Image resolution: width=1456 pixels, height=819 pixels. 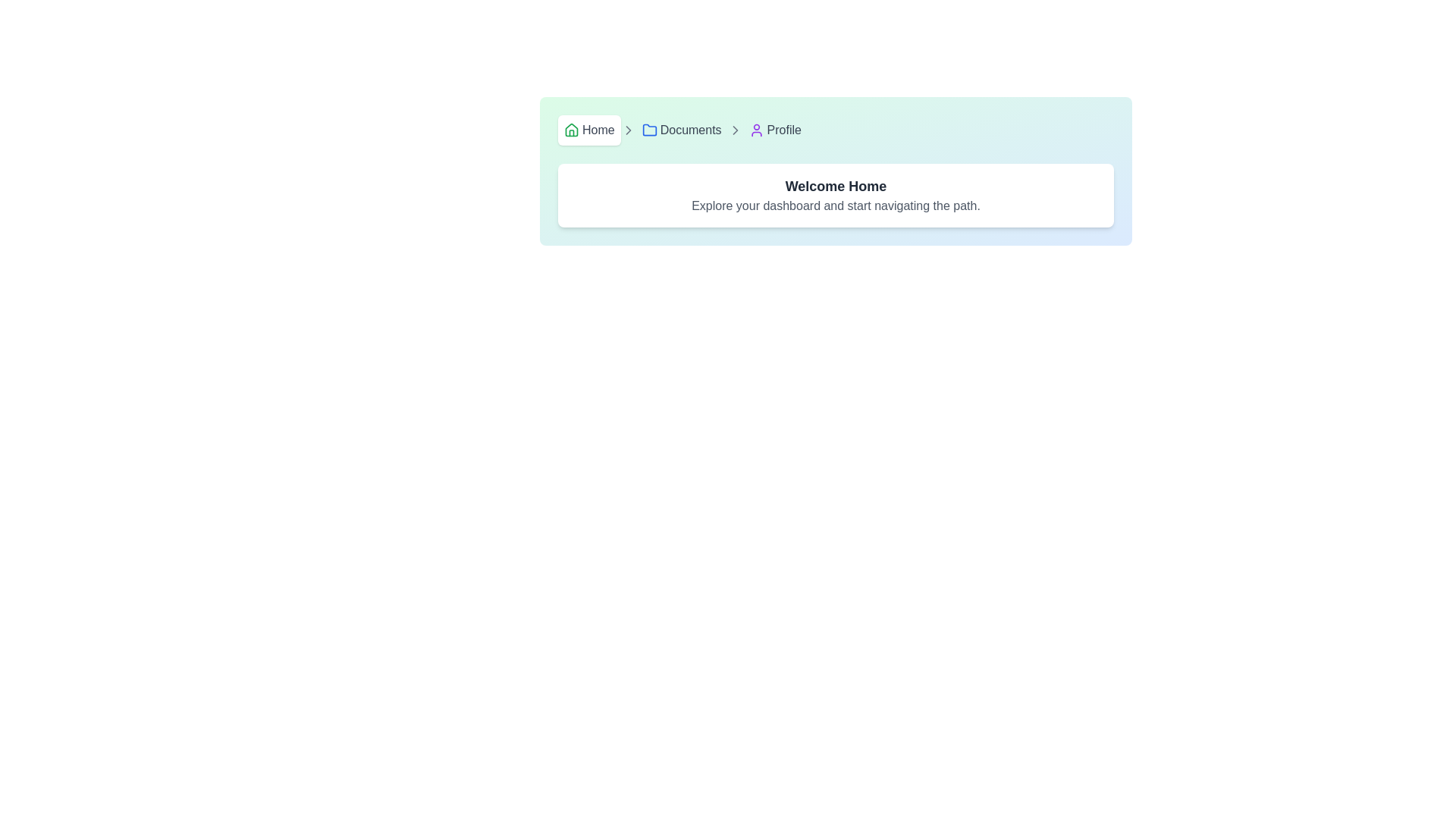 I want to click on the 'folder' icon in the breadcrumb navigation bar, which serves as a visual cue for the 'Documents' section, located near the top left of the interface, so click(x=649, y=129).